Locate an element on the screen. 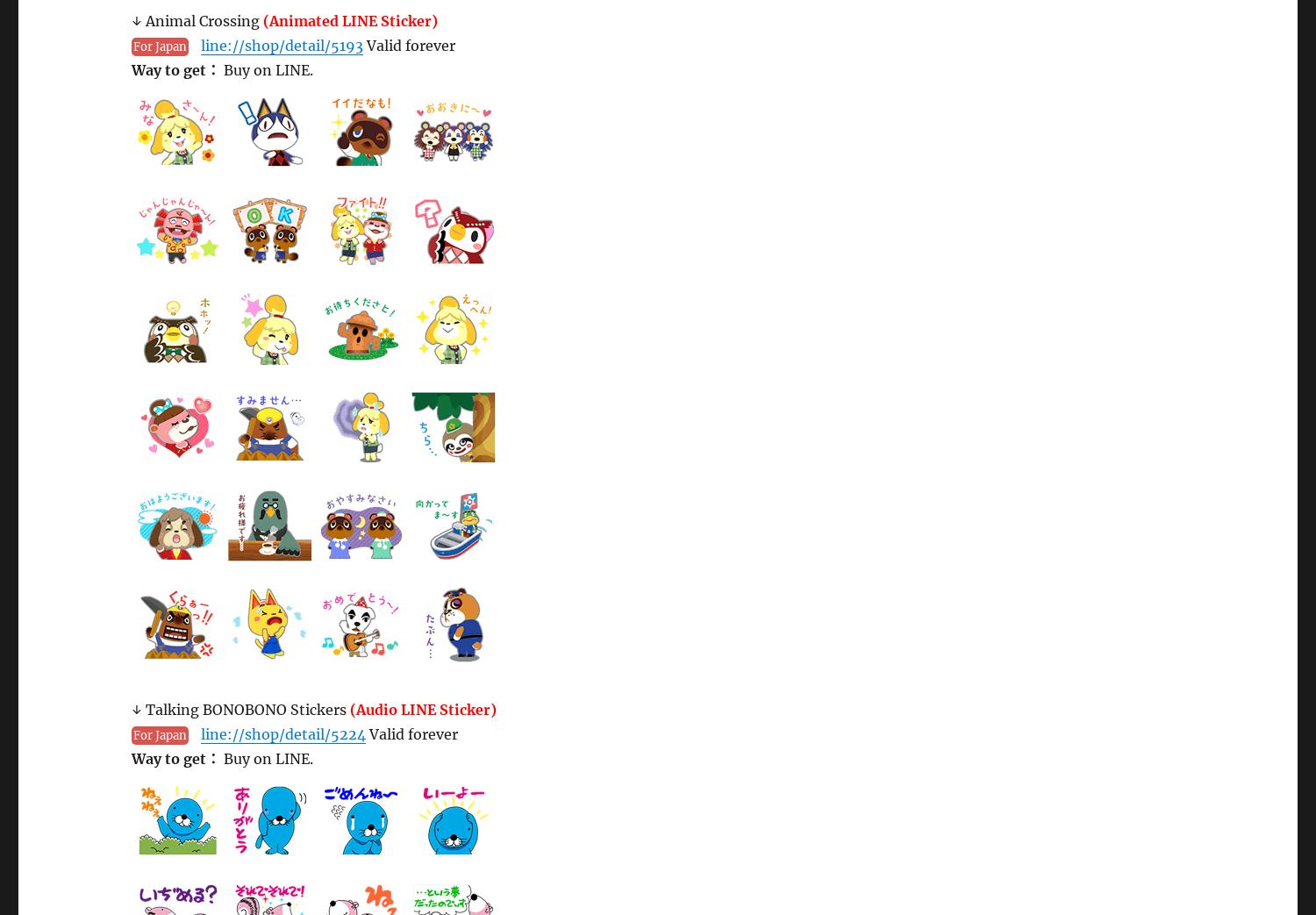 This screenshot has height=915, width=1316. '↓ Talking BONOBONO Stickers' is located at coordinates (240, 708).